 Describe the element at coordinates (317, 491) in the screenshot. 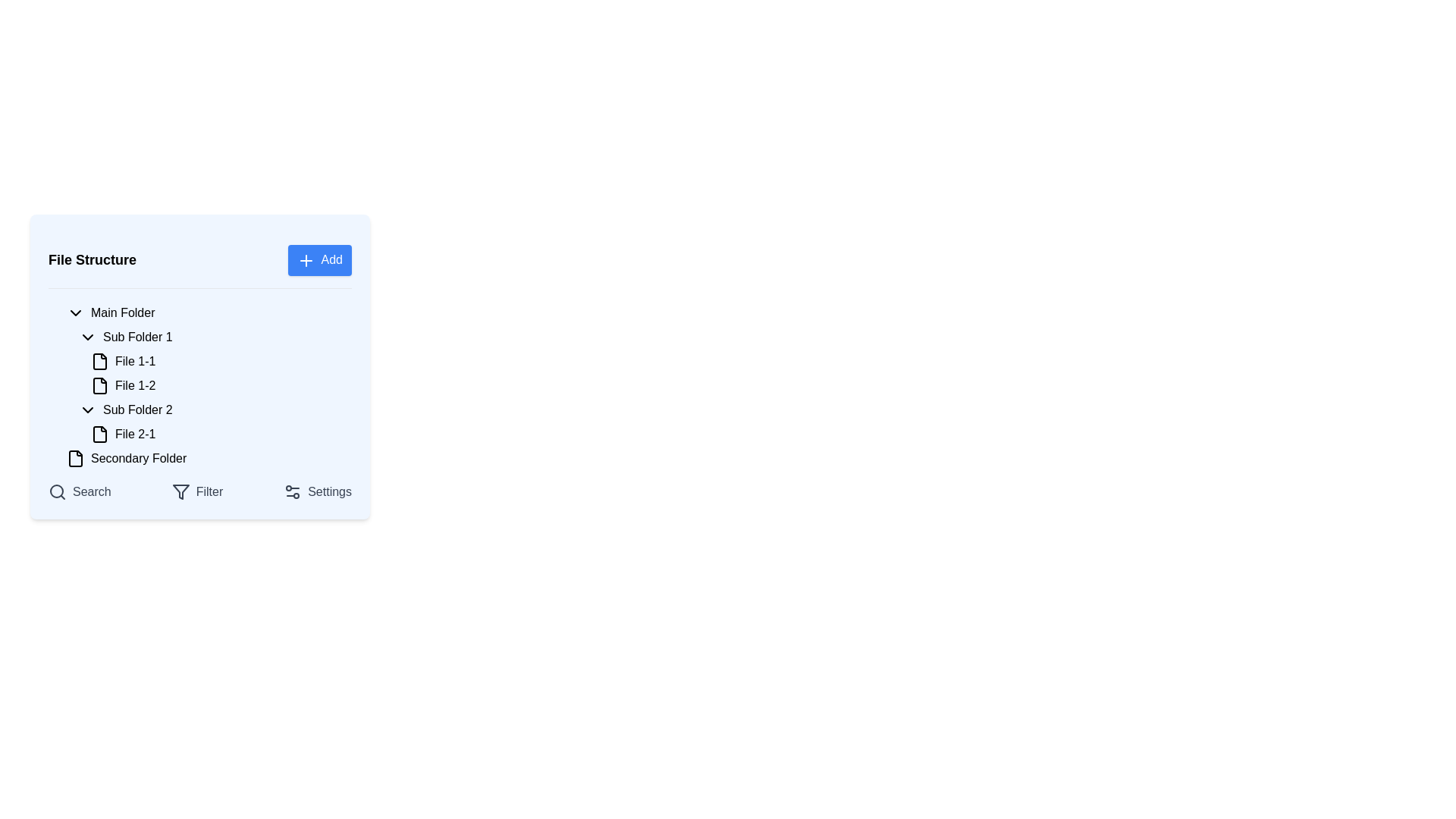

I see `the 'Settings' button, which features an icon of two sliders and is positioned on the far right of a horizontal row of buttons` at that location.